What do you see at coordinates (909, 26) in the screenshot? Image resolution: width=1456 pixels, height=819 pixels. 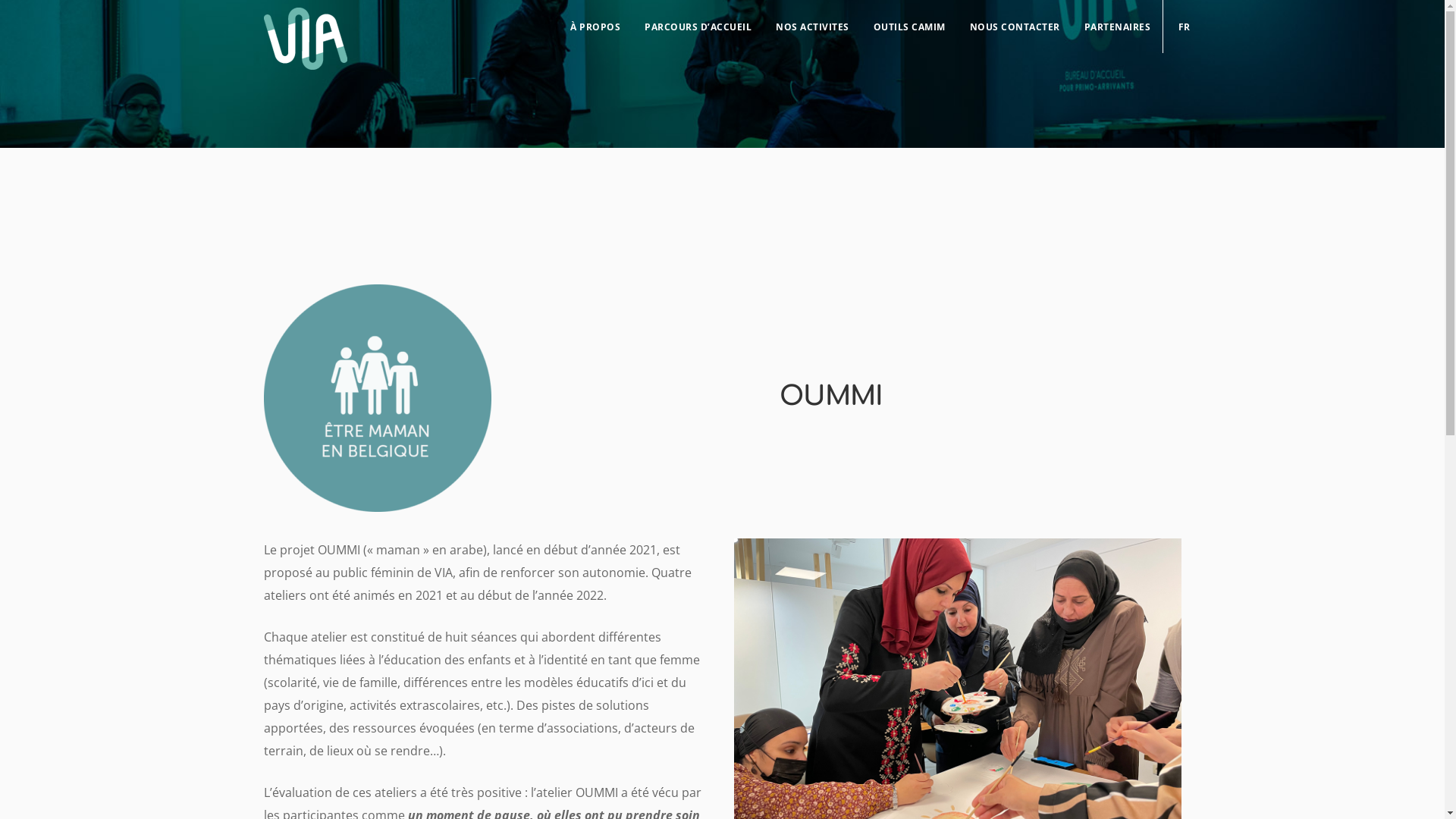 I see `'OUTILS CAMIM'` at bounding box center [909, 26].